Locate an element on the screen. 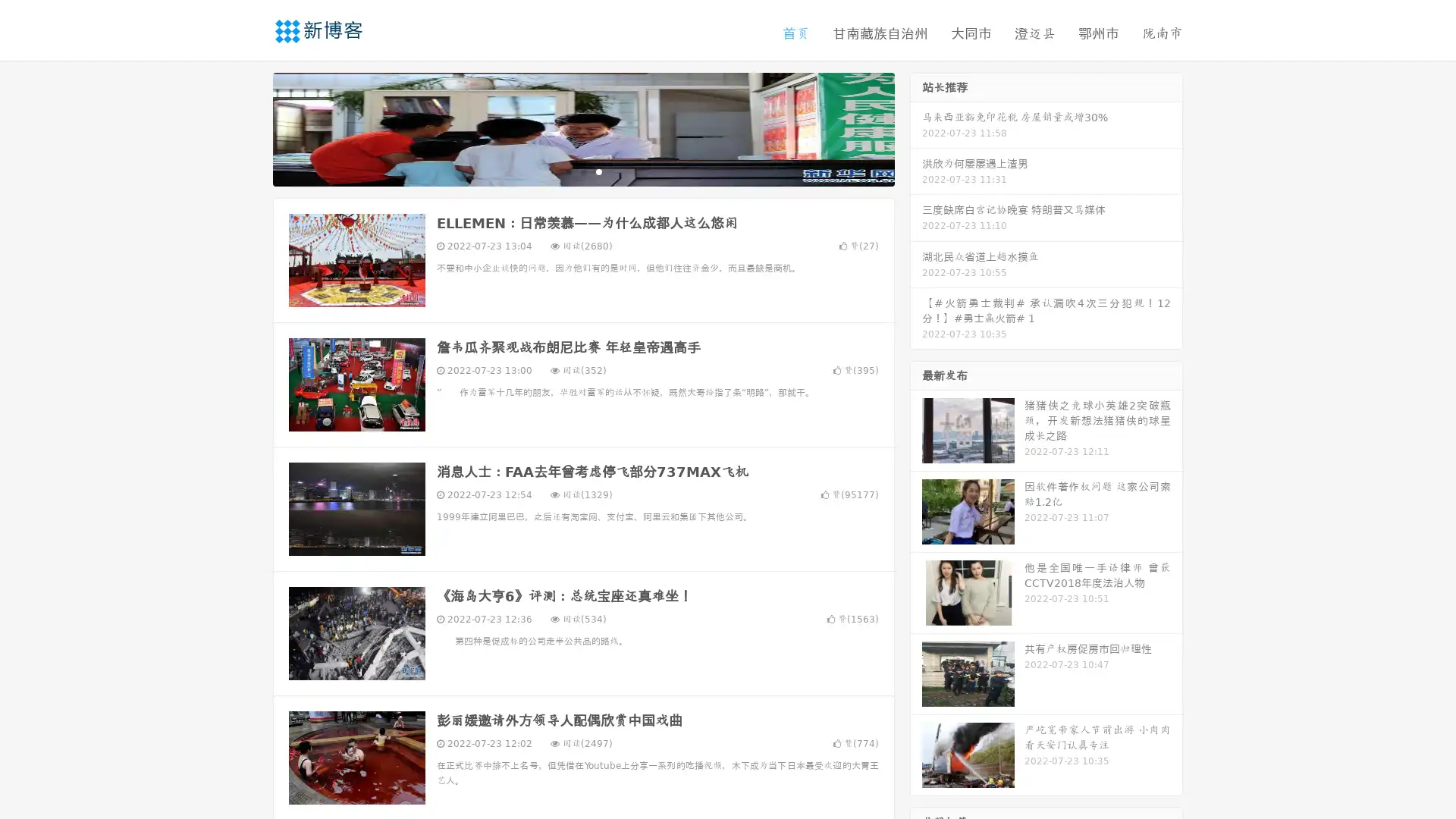  Previous slide is located at coordinates (250, 127).